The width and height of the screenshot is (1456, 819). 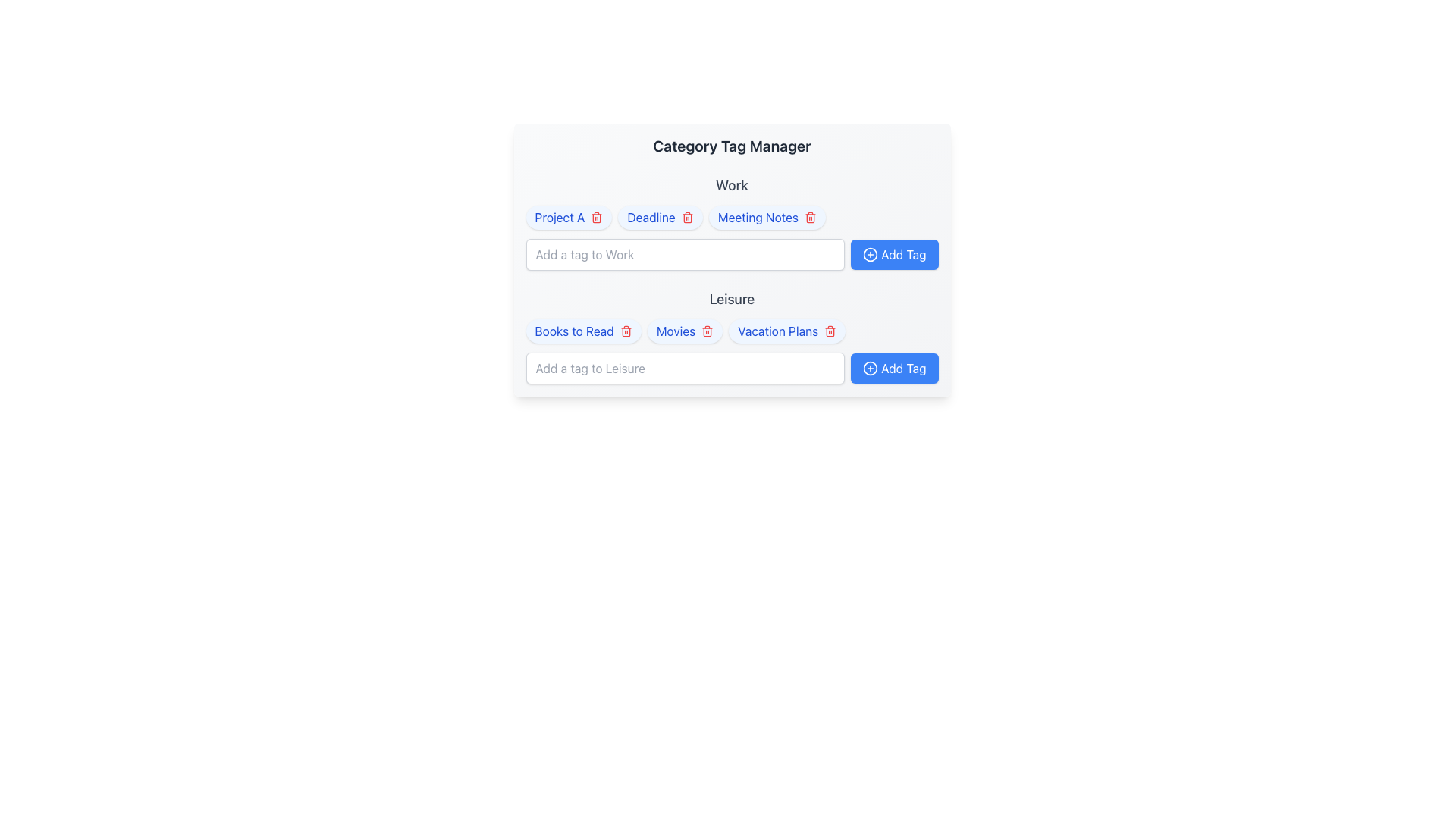 I want to click on the third Tag label labeled 'Meeting Notes' with a delete icon in the 'Category Tag Manager' interface, so click(x=767, y=217).